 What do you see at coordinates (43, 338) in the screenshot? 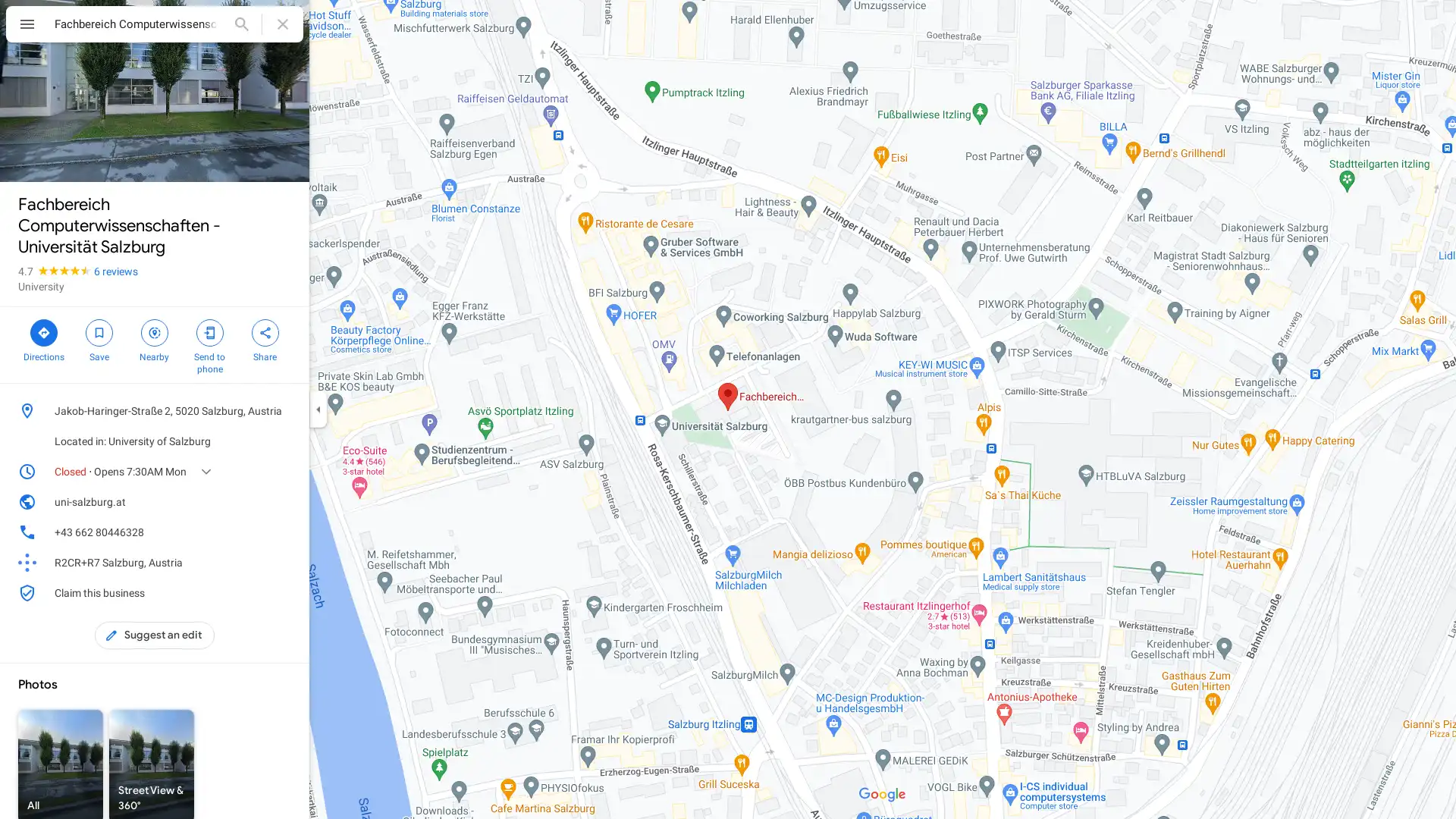
I see `Directions to Fachbereich Computerwissenschaften - Universitat Salzburg` at bounding box center [43, 338].